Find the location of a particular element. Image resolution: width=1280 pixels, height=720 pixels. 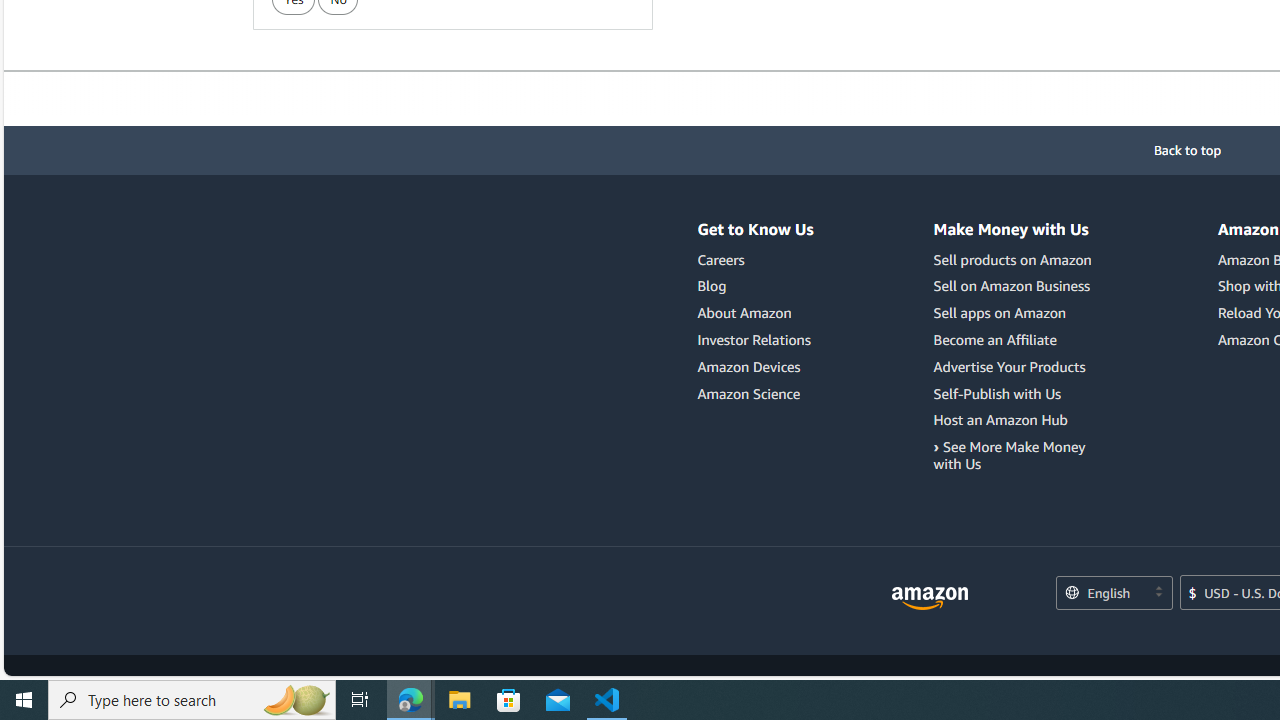

'Host an Amazon Hub' is located at coordinates (1015, 419).